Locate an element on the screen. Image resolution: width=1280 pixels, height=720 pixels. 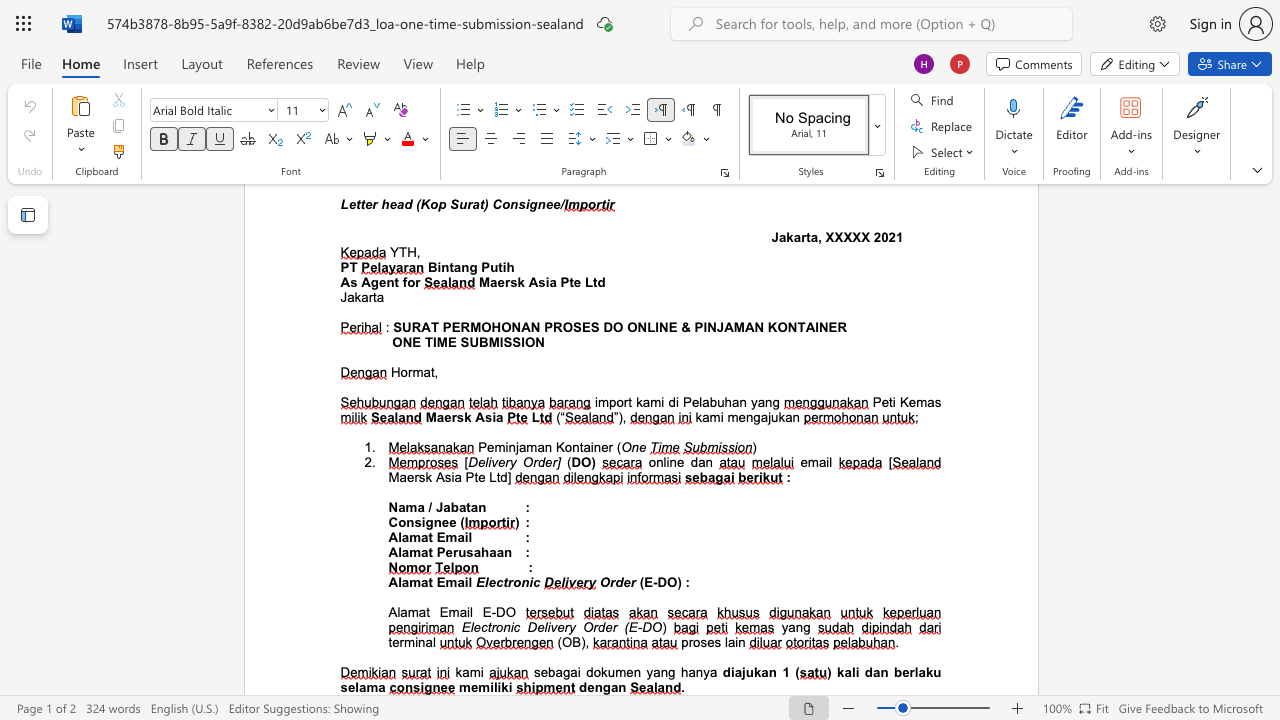
the subset text "lak" within the text "dan berlaku selama" is located at coordinates (913, 672).